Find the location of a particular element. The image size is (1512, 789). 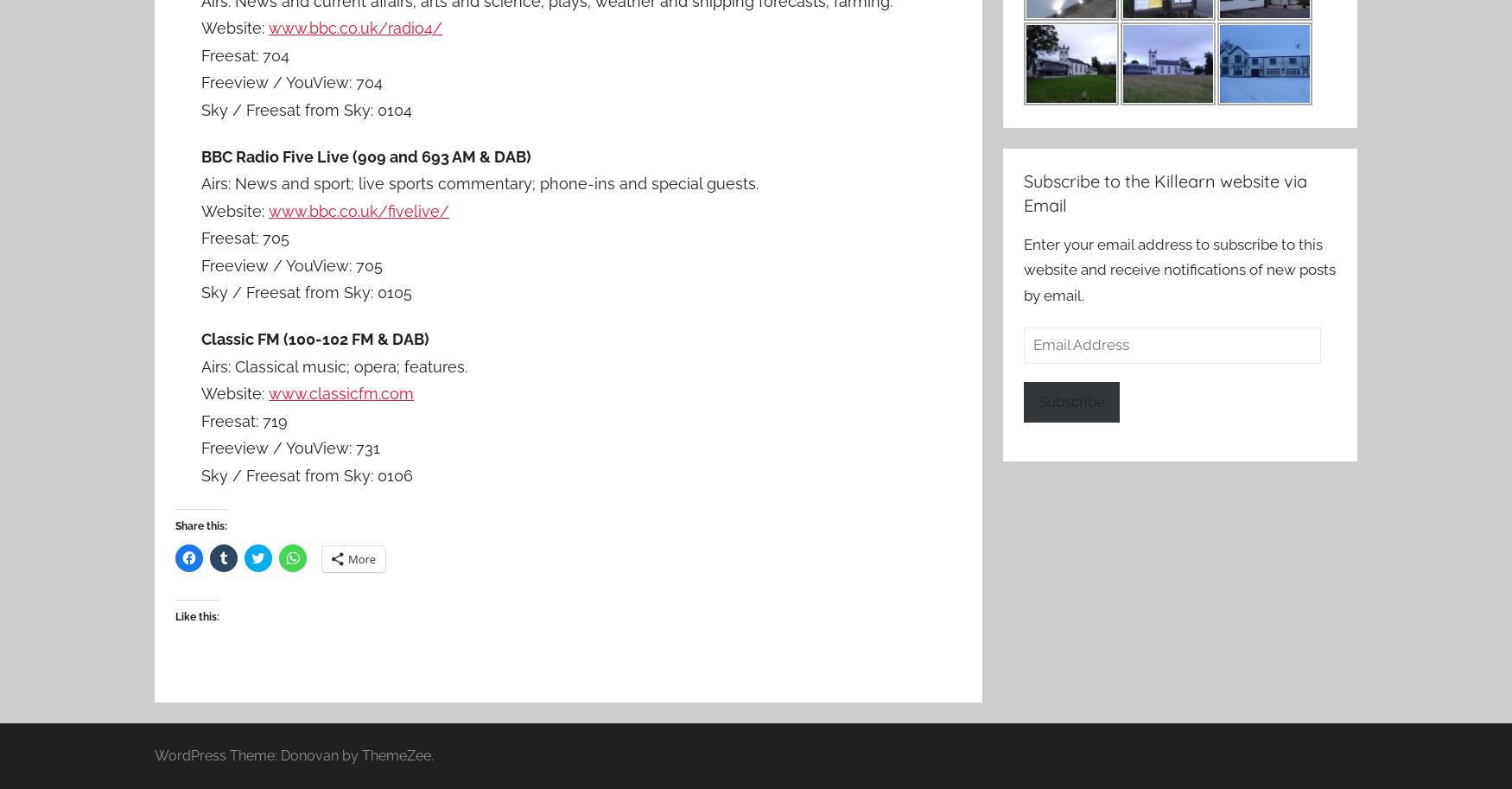

'Freeview / YouView: 705' is located at coordinates (291, 264).